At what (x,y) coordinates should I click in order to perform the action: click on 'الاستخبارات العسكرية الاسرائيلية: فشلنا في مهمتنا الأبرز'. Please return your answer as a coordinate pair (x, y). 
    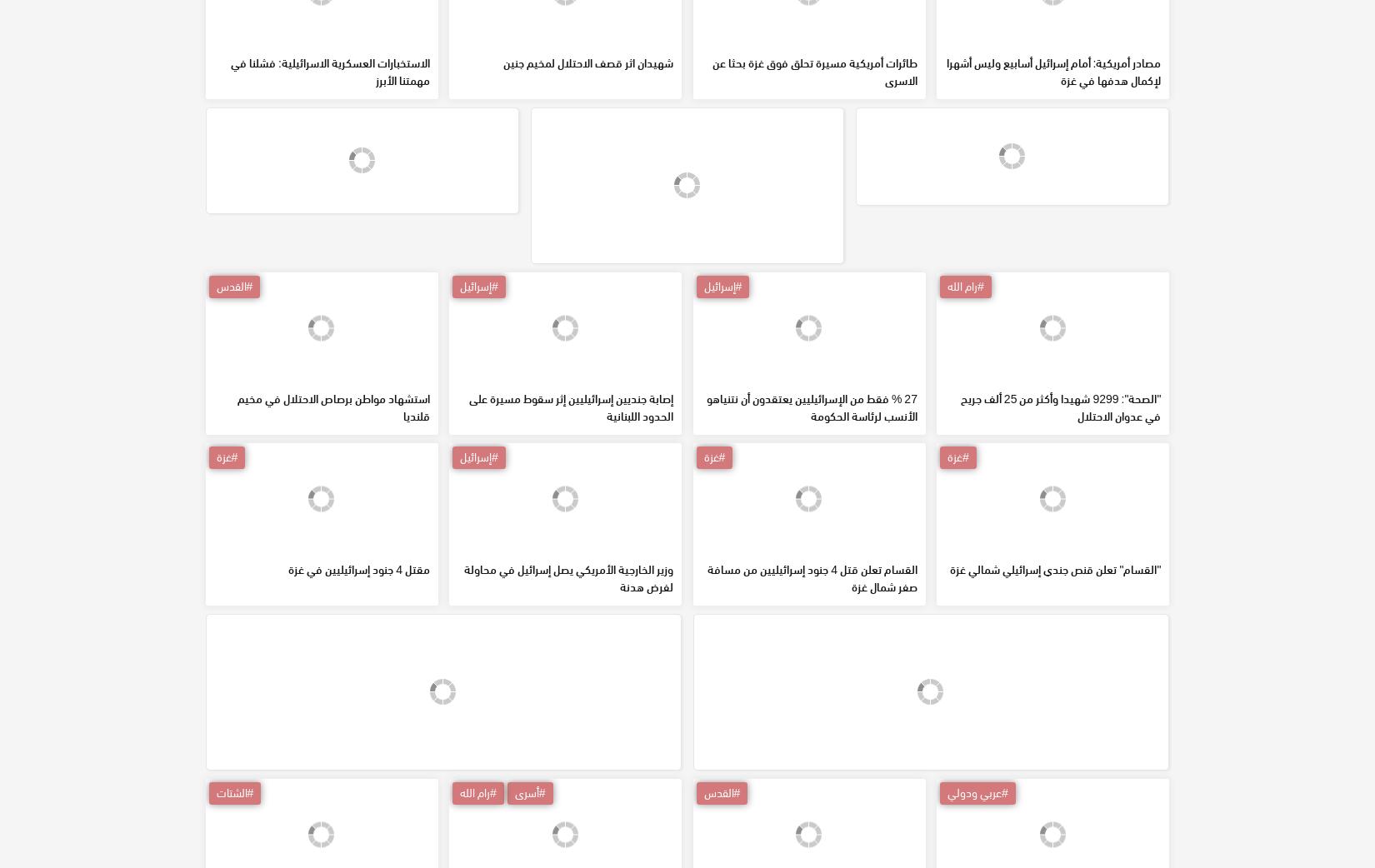
    Looking at the image, I should click on (330, 190).